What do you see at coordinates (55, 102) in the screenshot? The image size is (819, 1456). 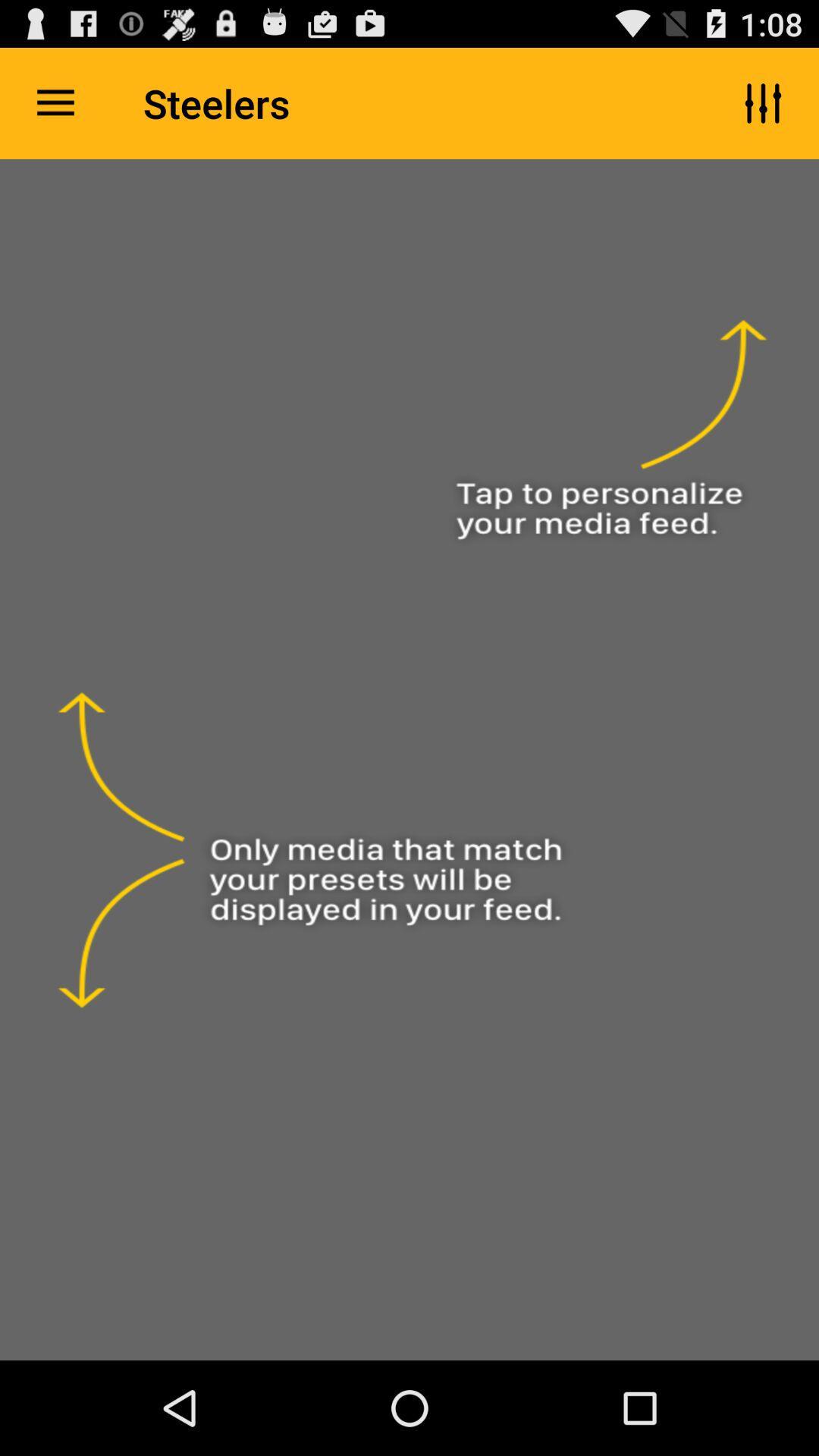 I see `the icon next to the steelers item` at bounding box center [55, 102].